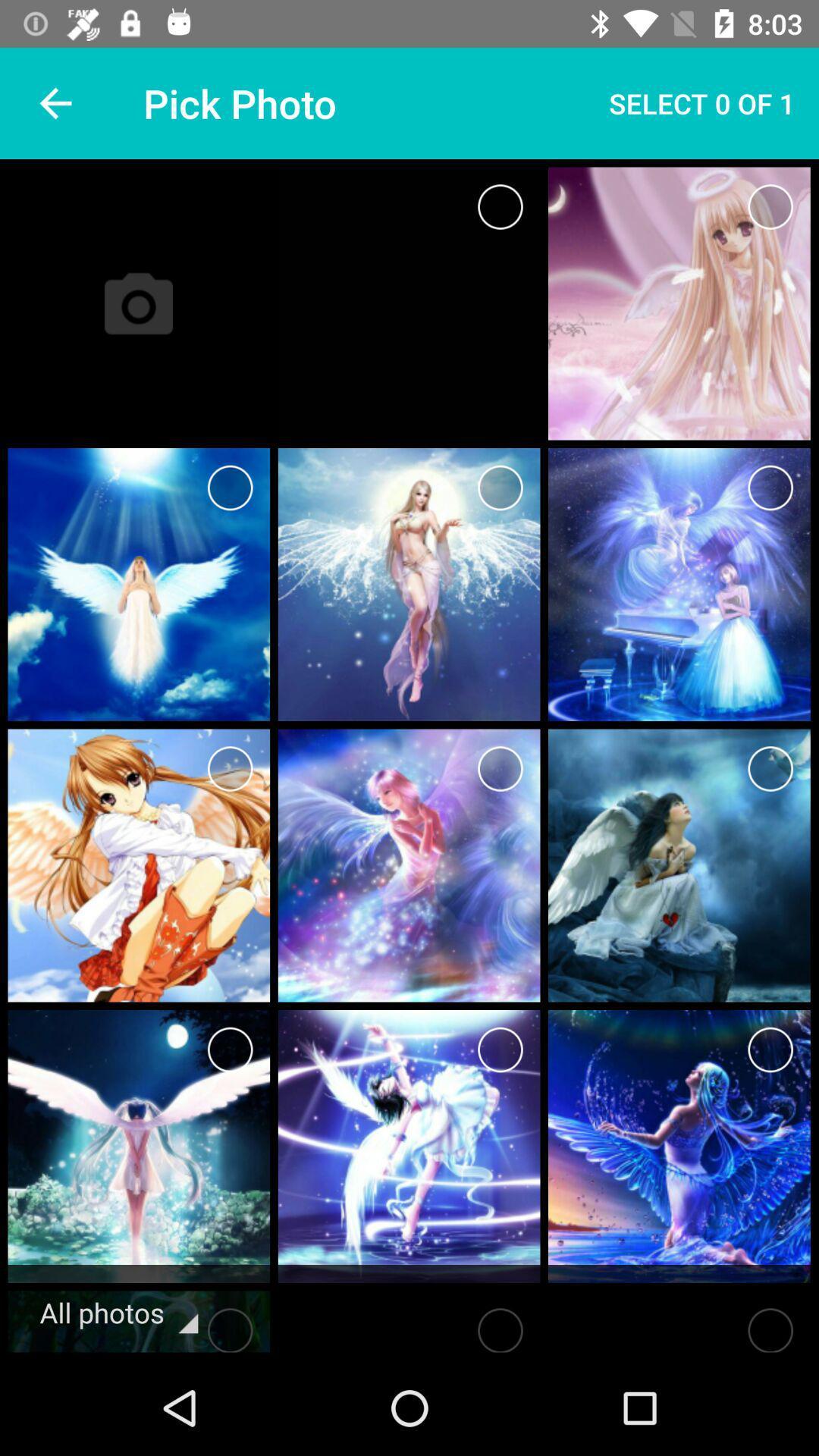 This screenshot has width=819, height=1456. What do you see at coordinates (230, 1325) in the screenshot?
I see `all photos` at bounding box center [230, 1325].